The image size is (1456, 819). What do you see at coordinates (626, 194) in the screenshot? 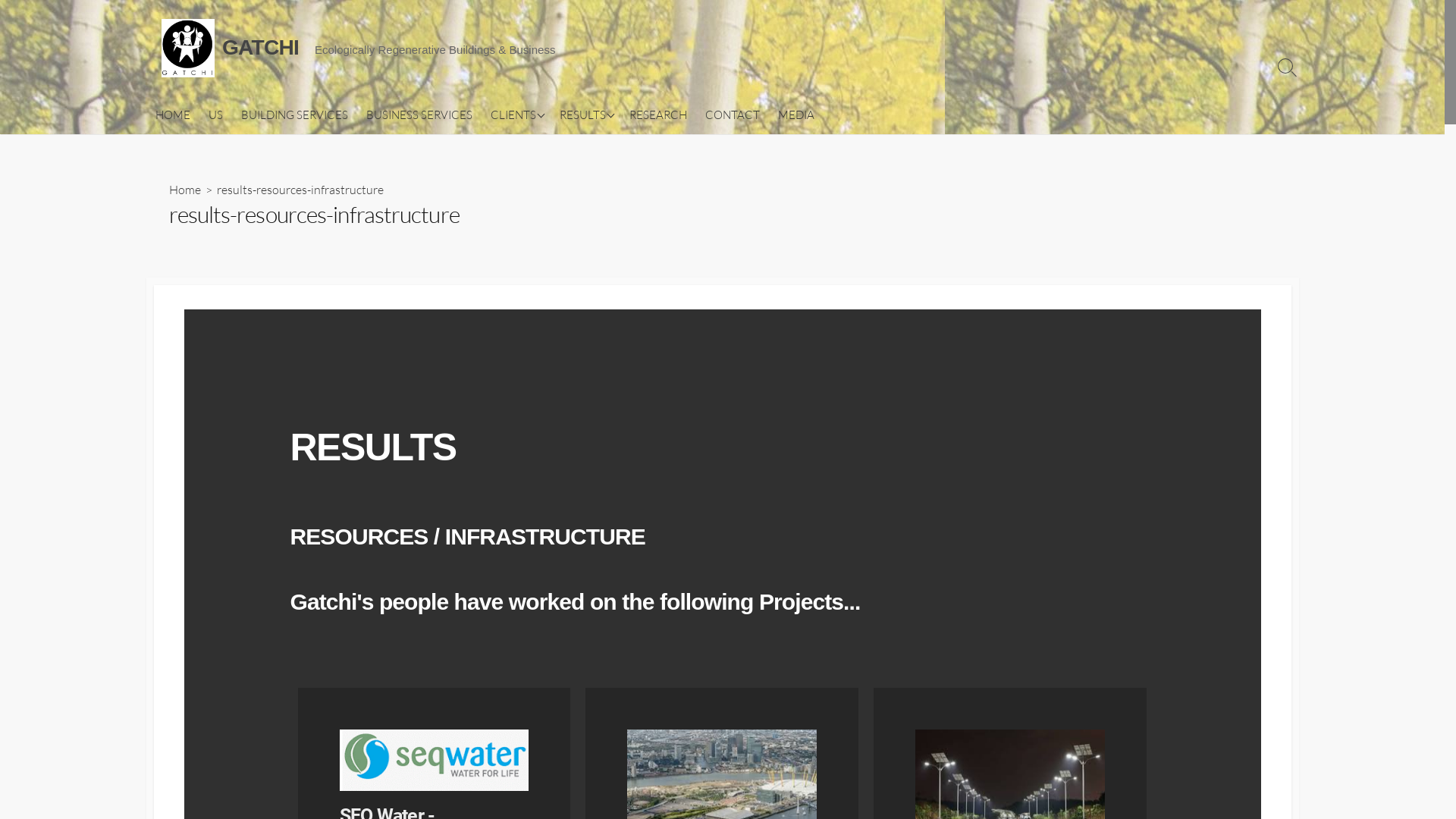
I see `'Government/Councils'` at bounding box center [626, 194].